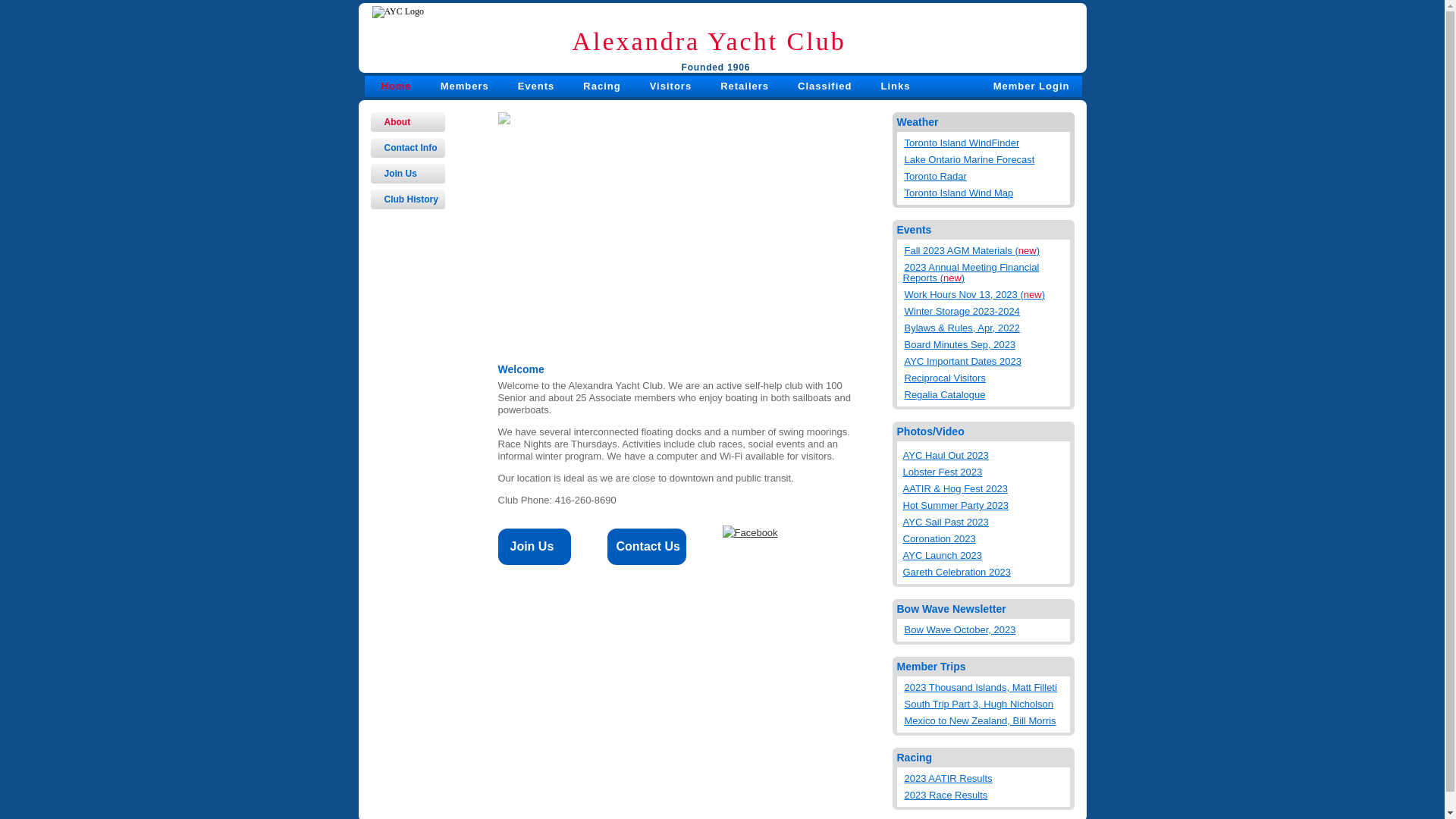  What do you see at coordinates (407, 198) in the screenshot?
I see `'Club History'` at bounding box center [407, 198].